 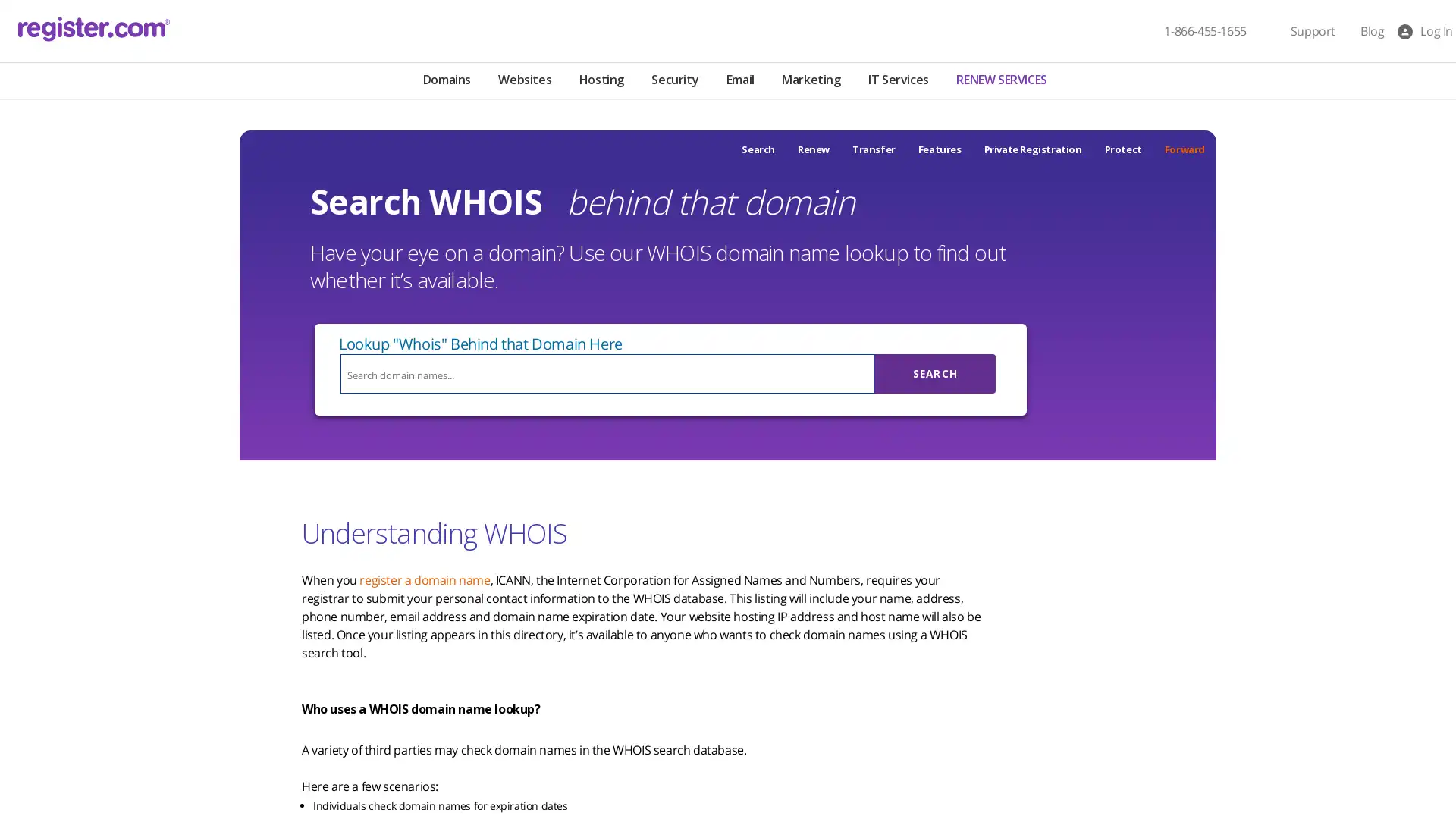 I want to click on Explore your accessibility options, so click(x=24, y=742).